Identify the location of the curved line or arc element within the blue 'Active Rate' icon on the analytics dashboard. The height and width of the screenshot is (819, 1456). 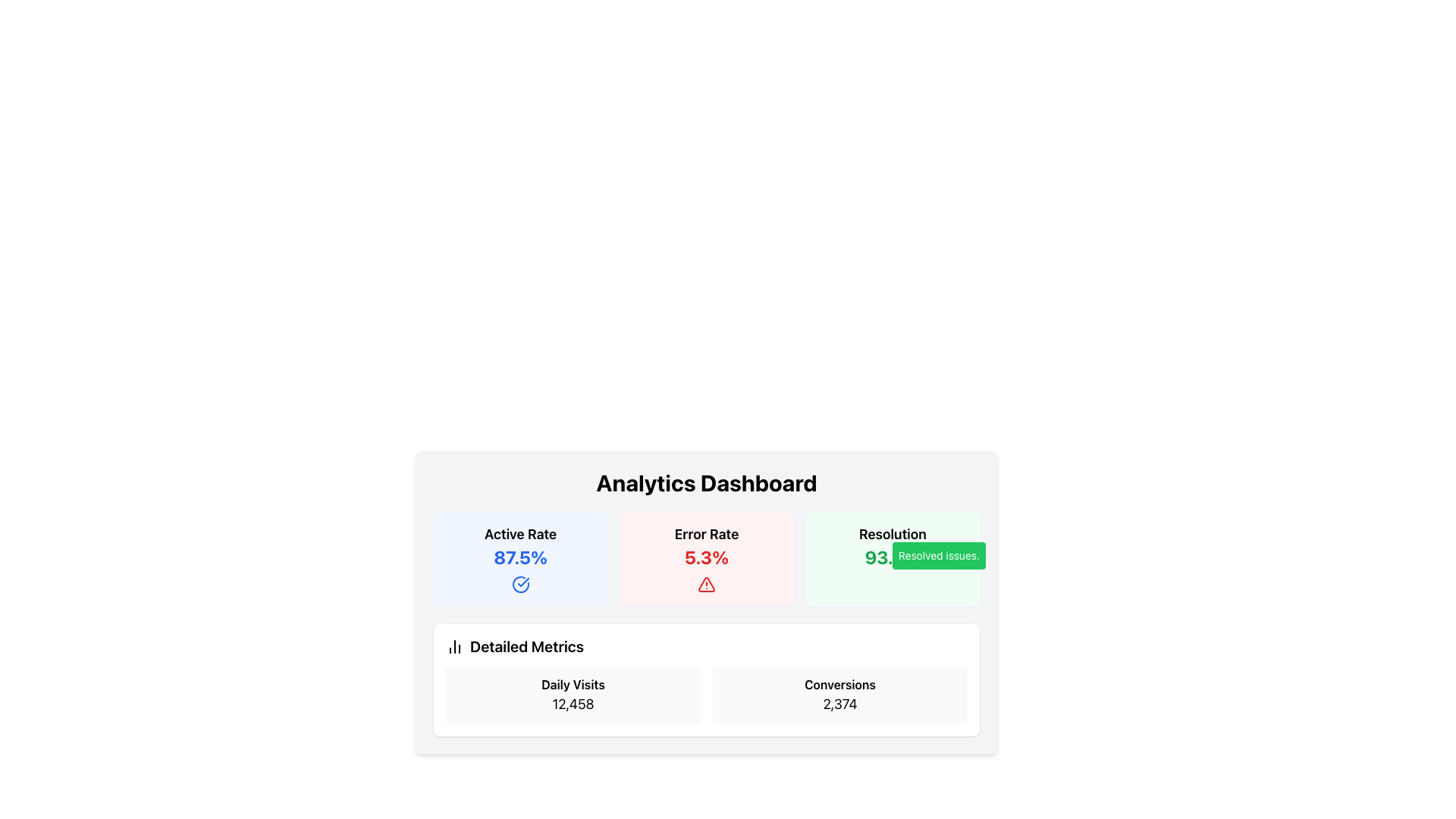
(520, 584).